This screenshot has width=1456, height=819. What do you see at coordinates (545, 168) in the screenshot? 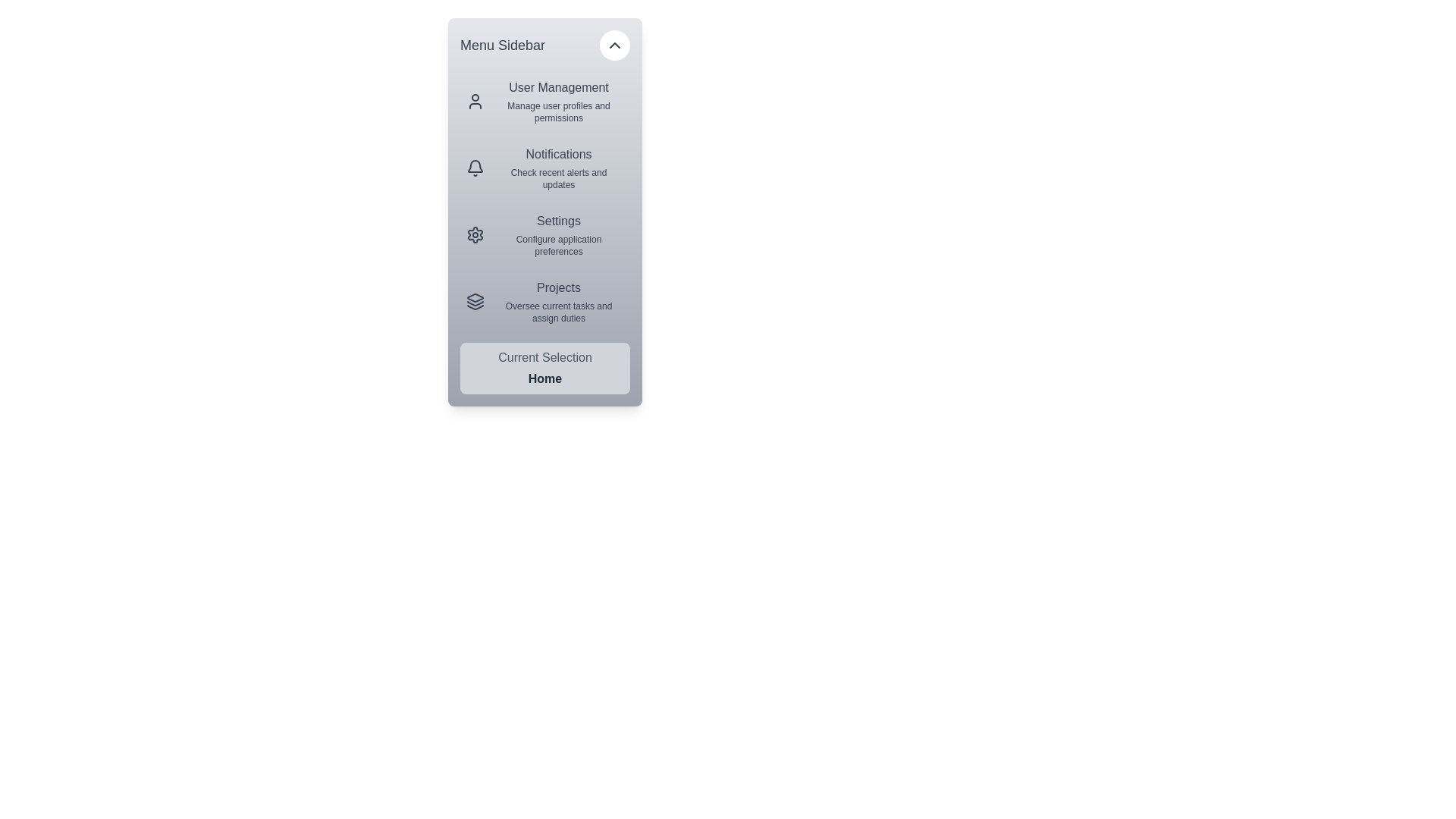
I see `the 'Notifications' menu item in the sidebar, which is the second item in the vertical list with a bell icon and a title in bold` at bounding box center [545, 168].